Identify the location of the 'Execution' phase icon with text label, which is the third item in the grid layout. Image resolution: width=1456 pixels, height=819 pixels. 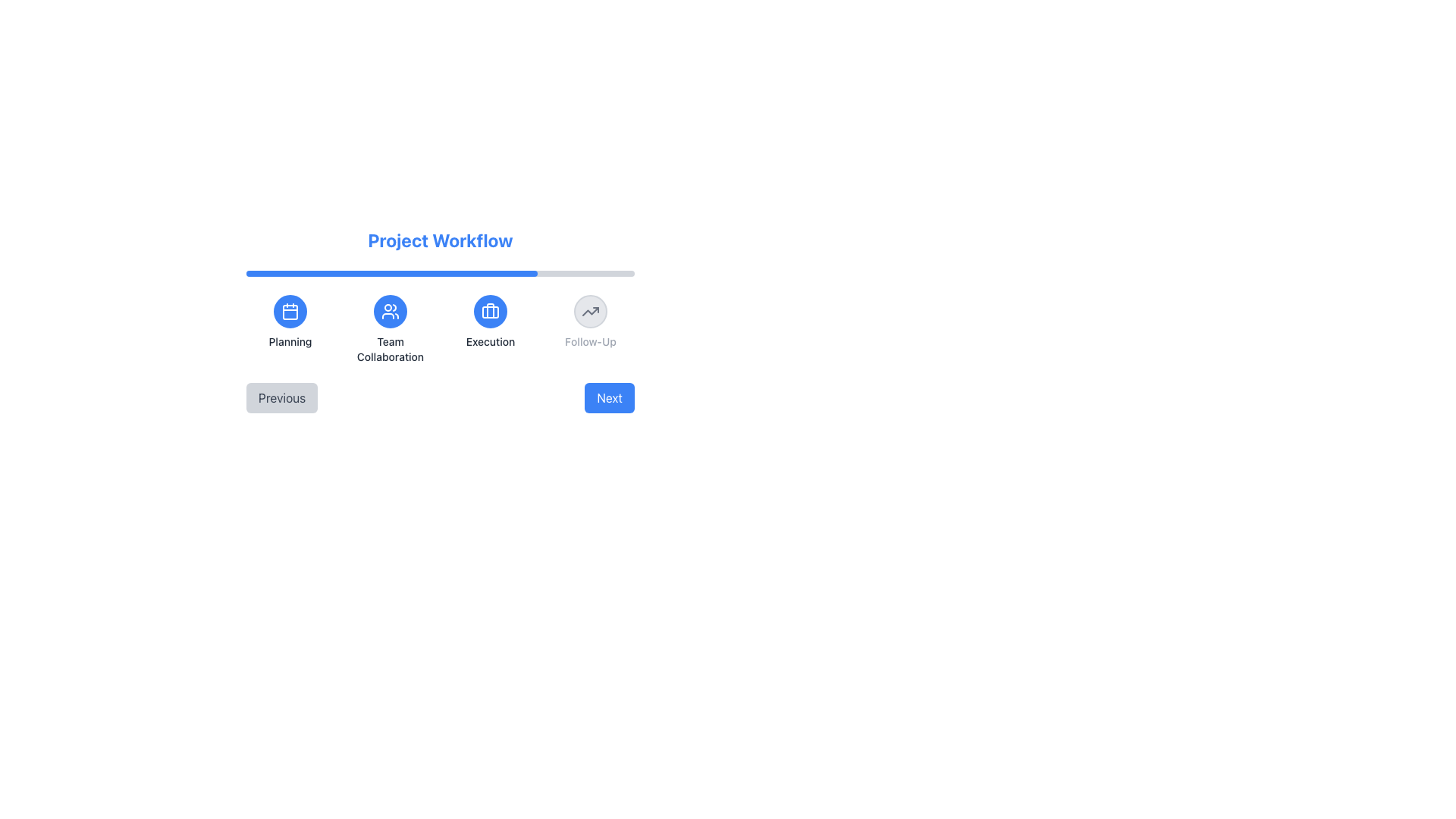
(491, 329).